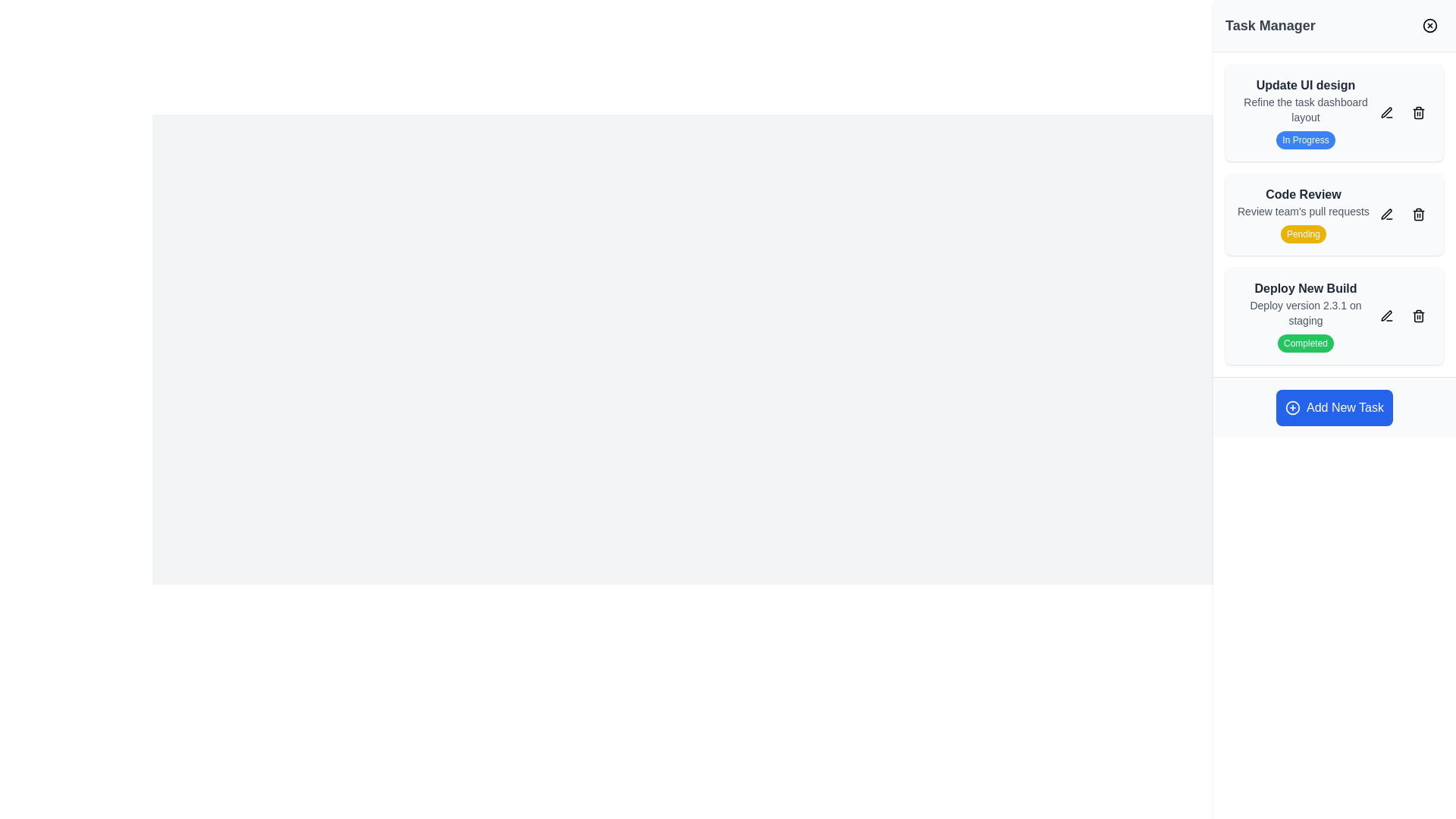  What do you see at coordinates (1386, 112) in the screenshot?
I see `the pen icon button to initiate editing the 'Update UI design' task, which is styled in black with a stroke-based design and is located to the right of the task title in the sidebar list of tasks` at bounding box center [1386, 112].